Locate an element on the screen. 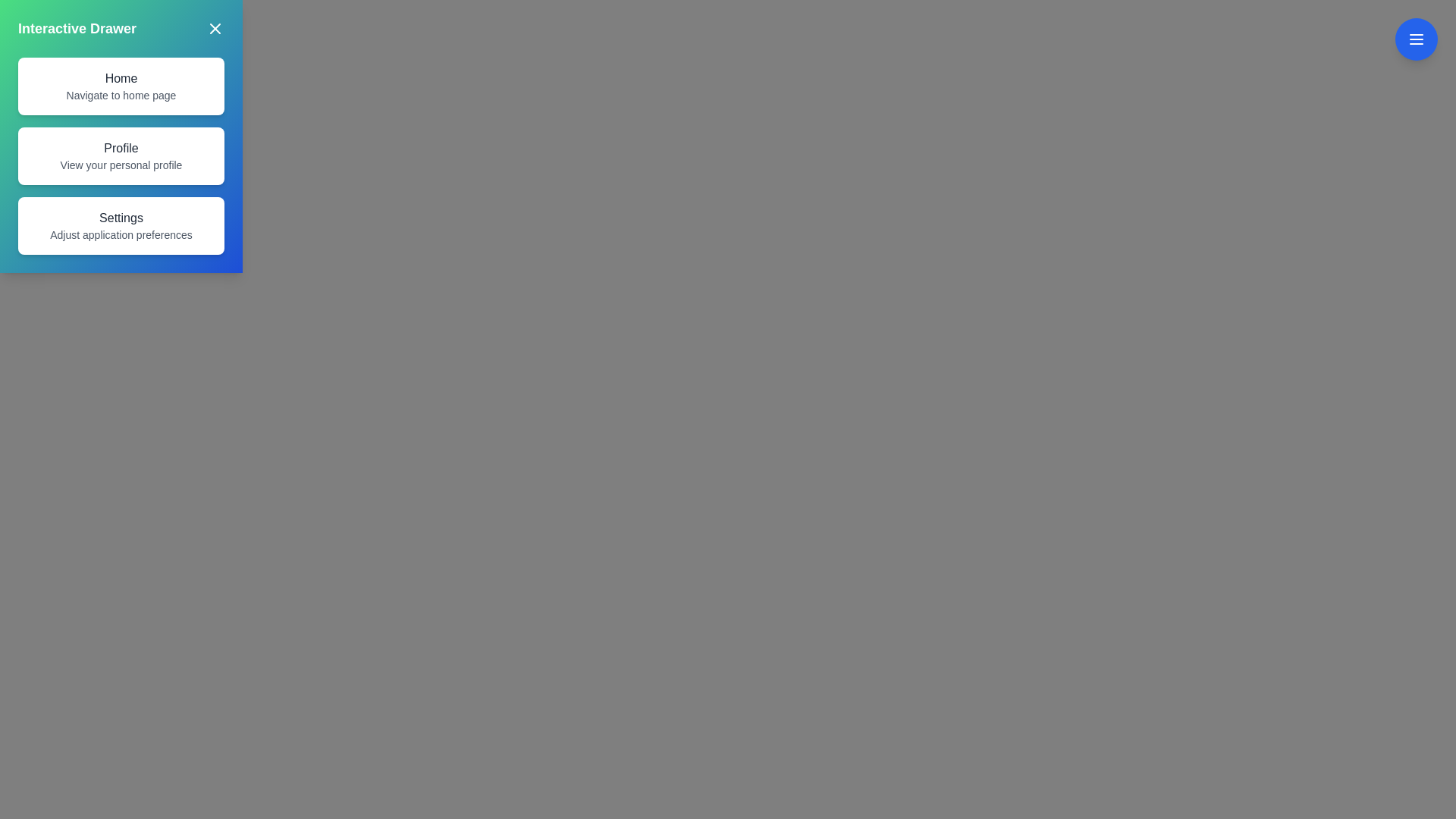 The height and width of the screenshot is (819, 1456). the small 'X' icon located in the top-right corner of the popup panel containing navigation options is located at coordinates (214, 29).